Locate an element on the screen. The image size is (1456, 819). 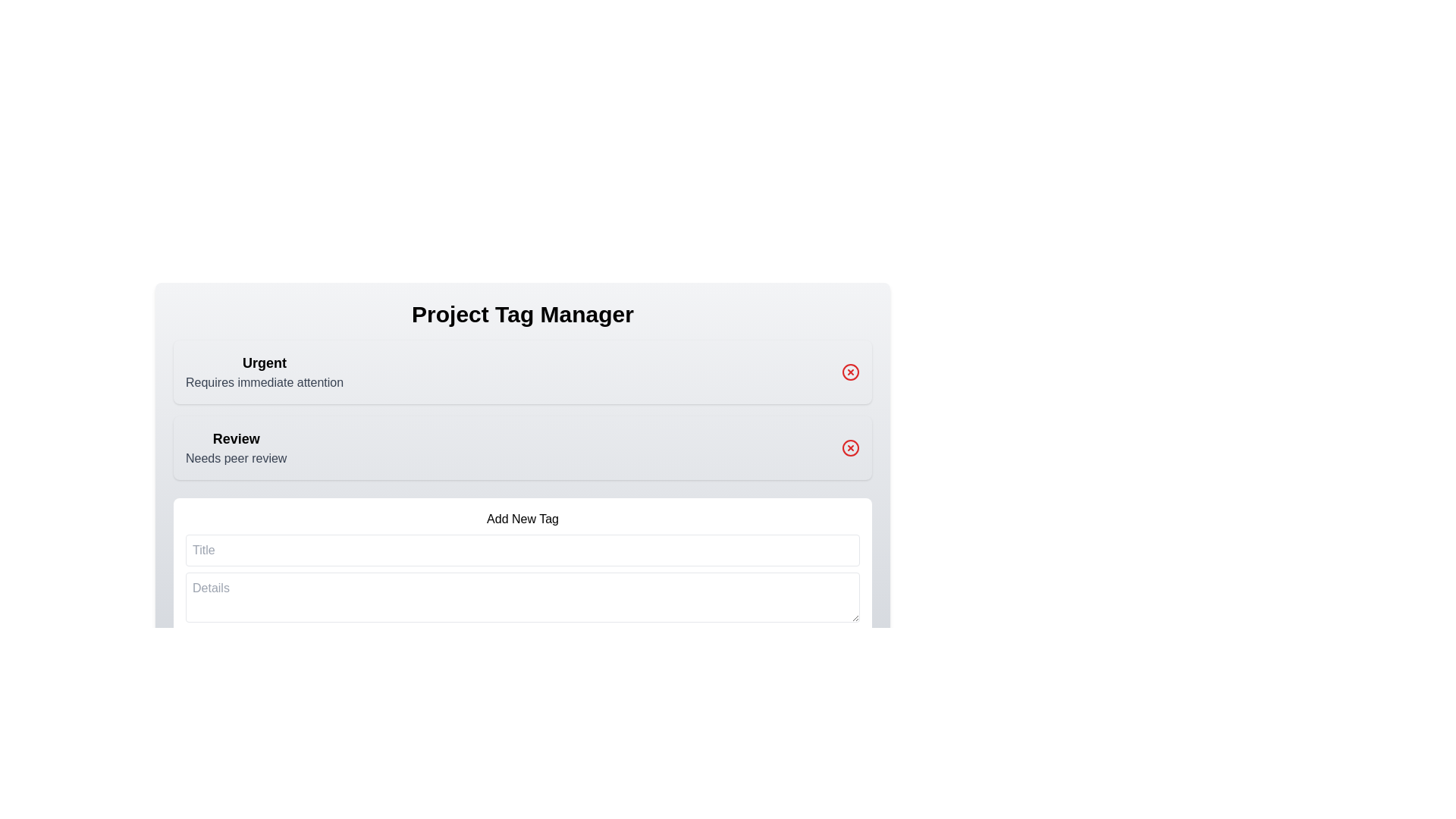
the circular border graphic with a bright red stroke located in the upper-right corner of the 'Urgent' section for interaction is located at coordinates (851, 372).